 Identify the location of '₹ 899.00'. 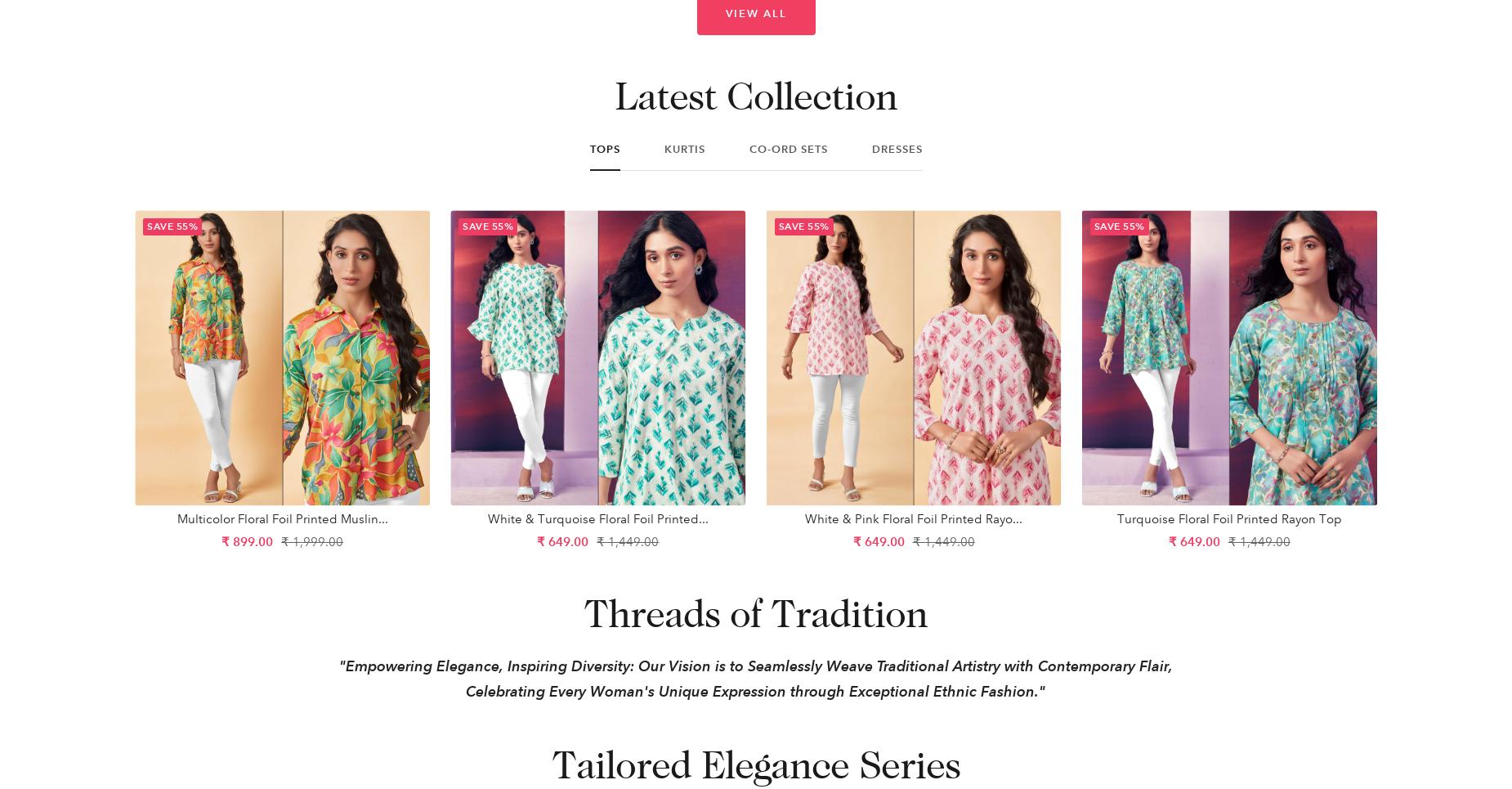
(221, 541).